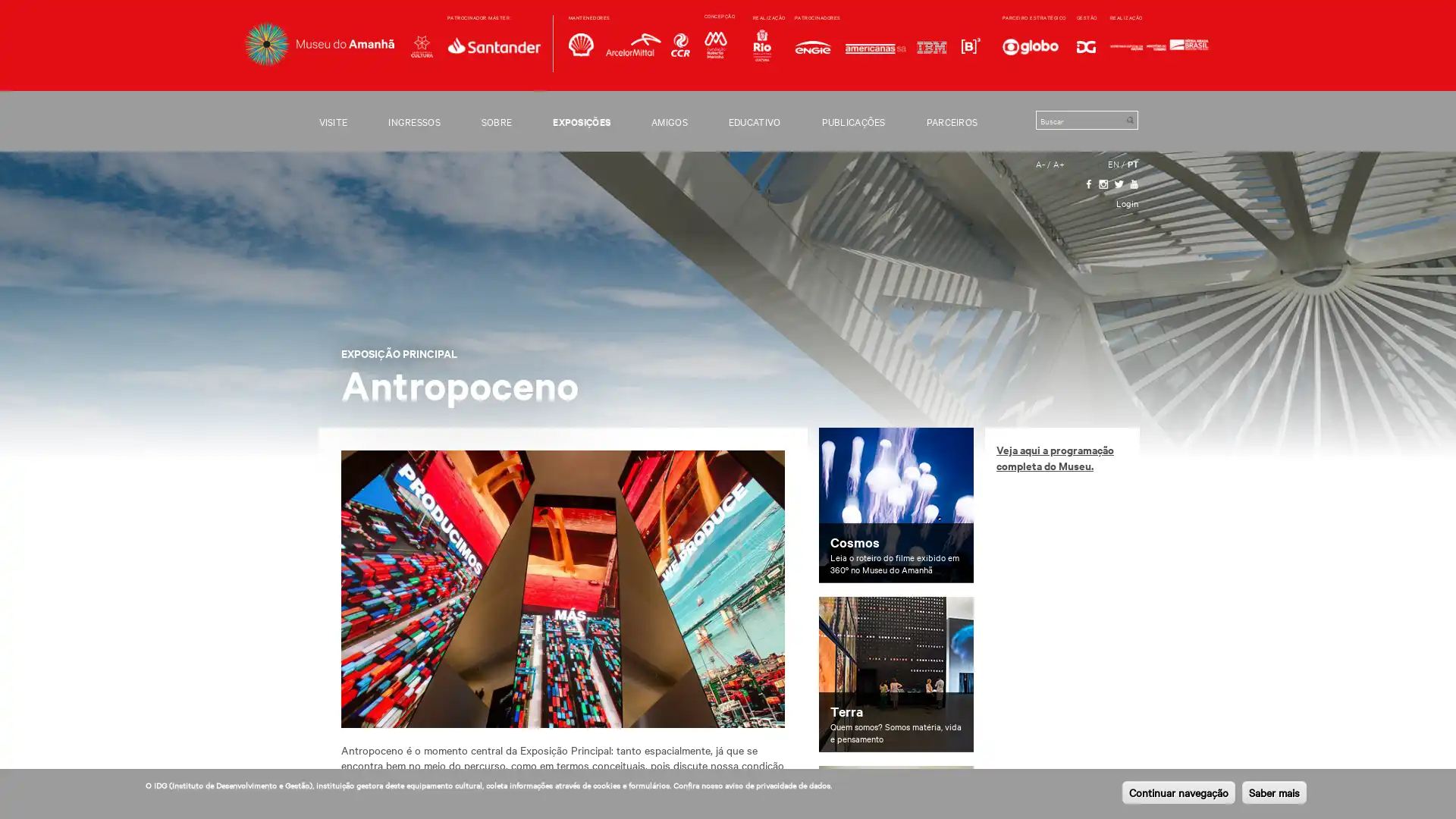 The height and width of the screenshot is (819, 1456). Describe the element at coordinates (1129, 119) in the screenshot. I see `Submit` at that location.